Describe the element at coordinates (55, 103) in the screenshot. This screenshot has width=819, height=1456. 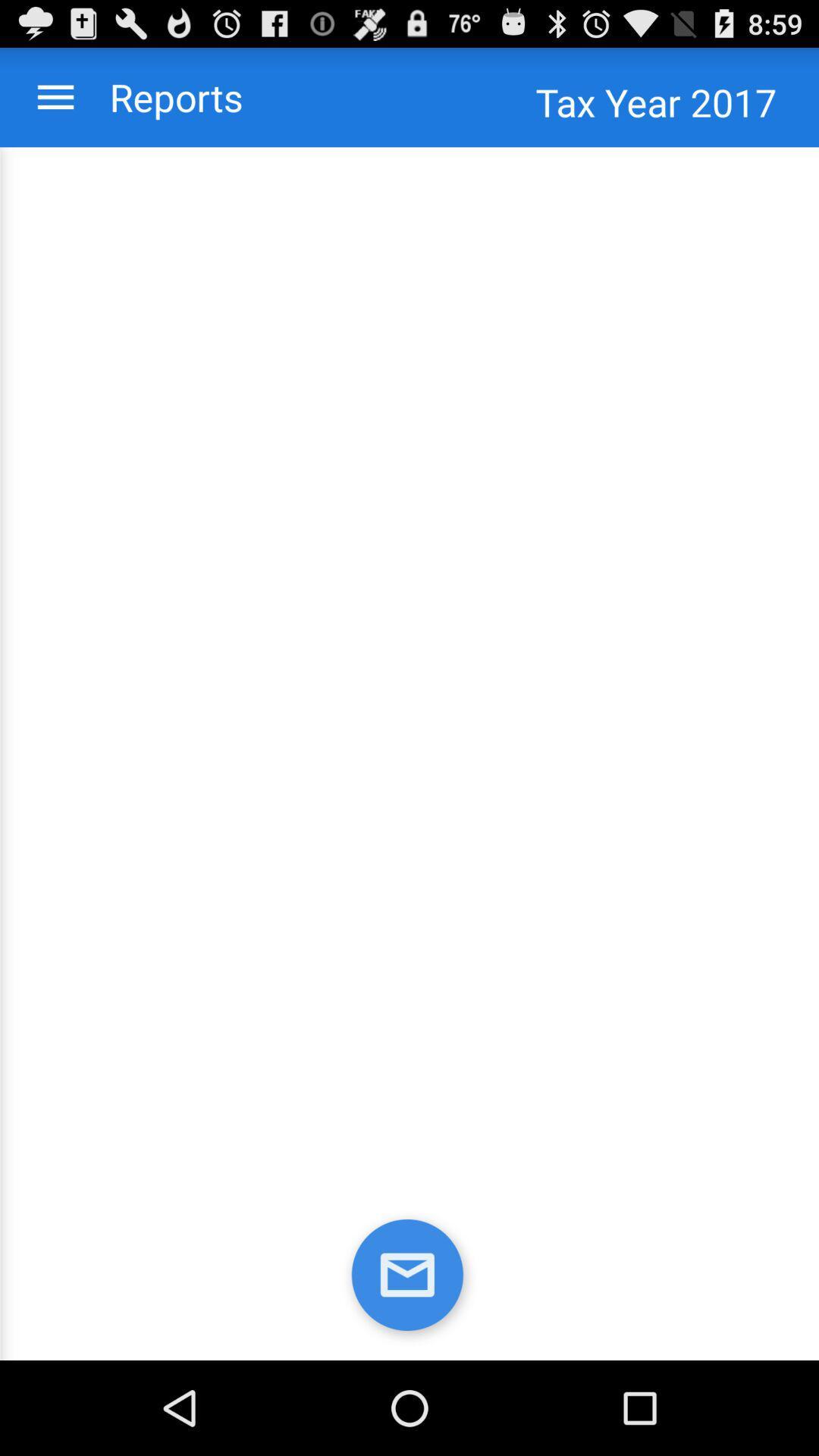
I see `the menu icon` at that location.